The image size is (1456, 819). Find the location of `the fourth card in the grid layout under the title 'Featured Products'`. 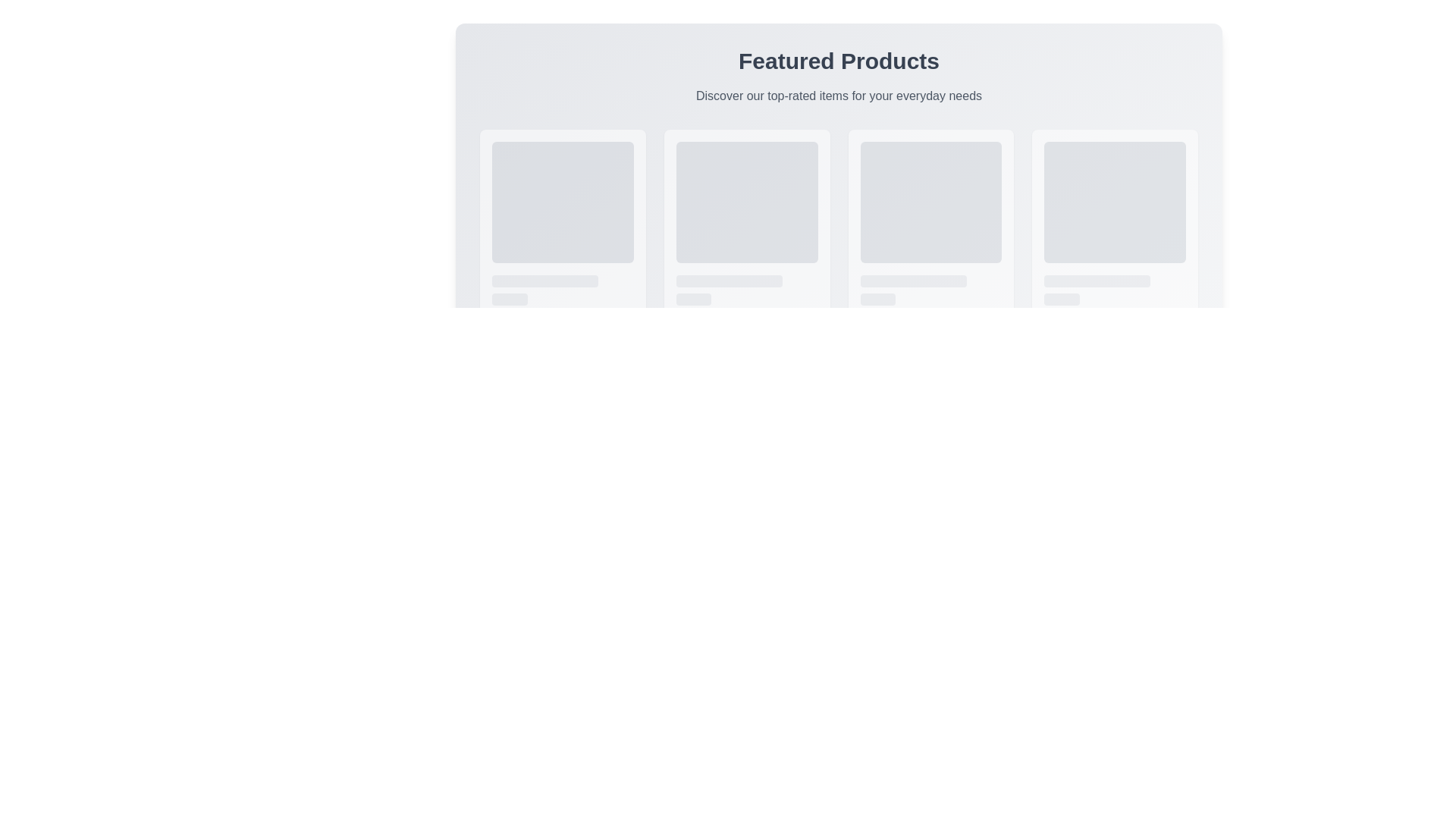

the fourth card in the grid layout under the title 'Featured Products' is located at coordinates (1115, 244).